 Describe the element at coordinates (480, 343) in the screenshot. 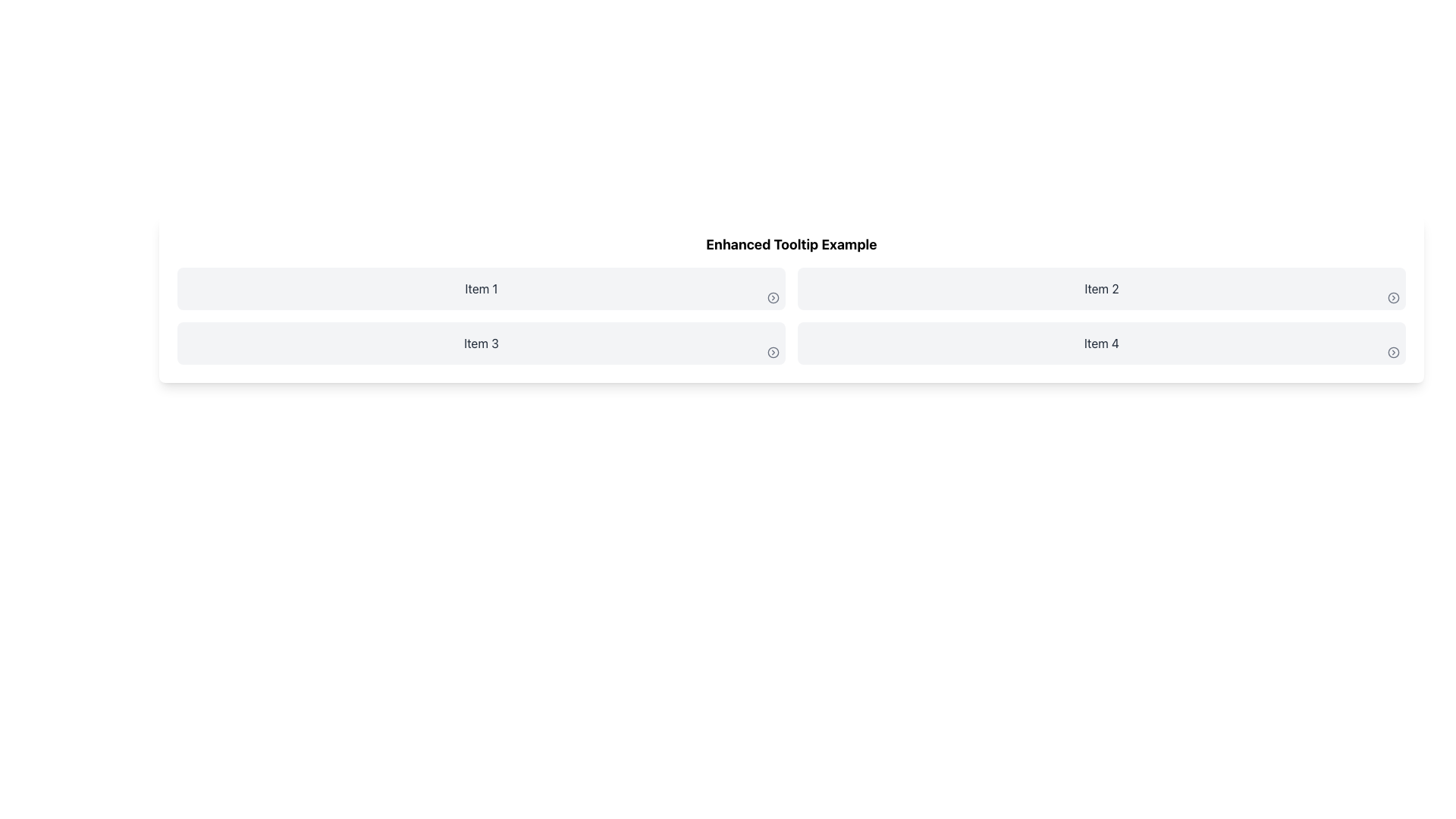

I see `the information card for 'Item 3', located in the bottom-left cell of a two-column grid layout, which reveals more details about the item` at that location.